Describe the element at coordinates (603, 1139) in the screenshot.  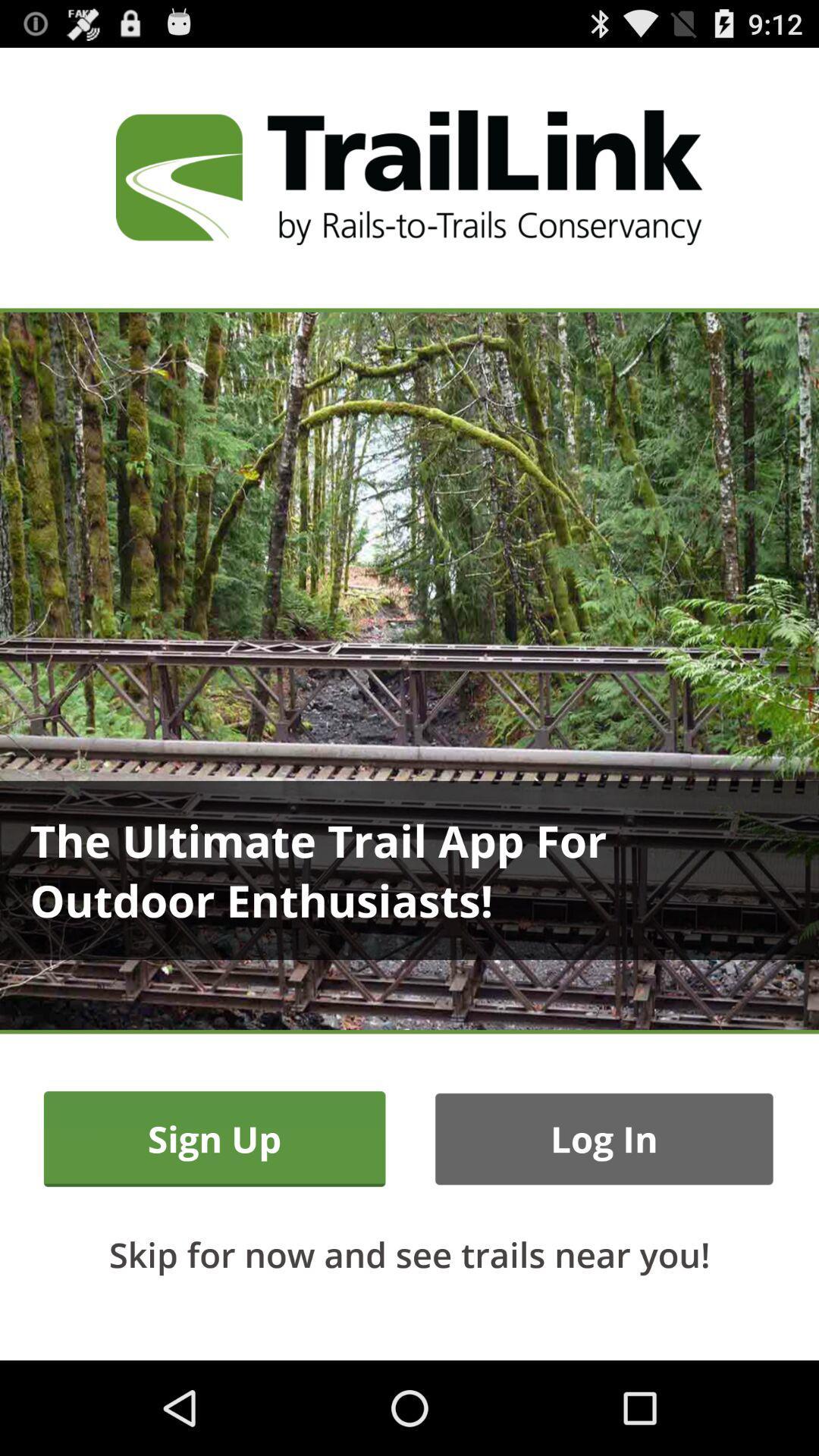
I see `log in item` at that location.